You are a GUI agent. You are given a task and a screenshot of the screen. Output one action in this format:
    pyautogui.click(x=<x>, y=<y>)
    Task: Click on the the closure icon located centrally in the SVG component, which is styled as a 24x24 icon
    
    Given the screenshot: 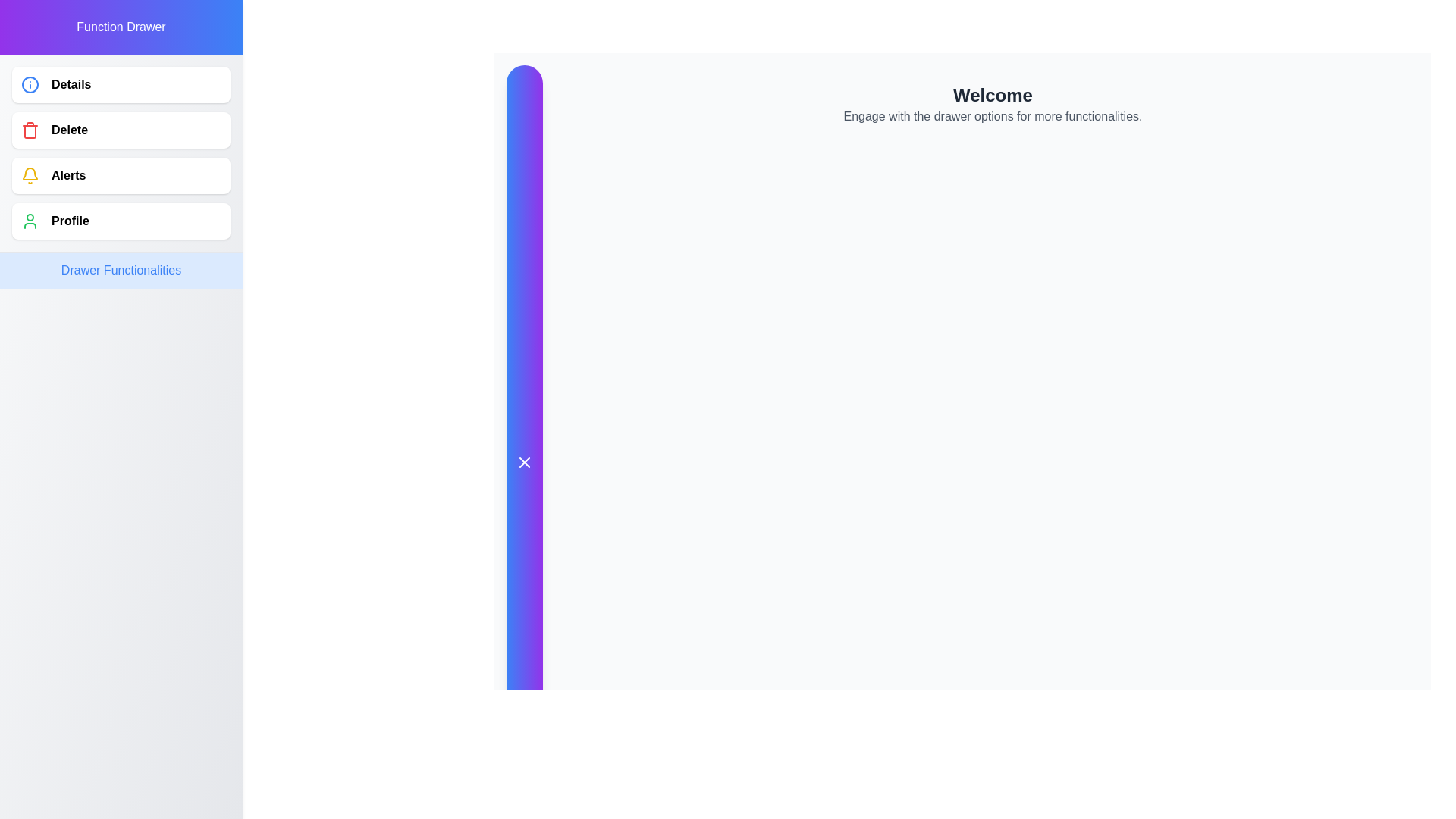 What is the action you would take?
    pyautogui.click(x=524, y=461)
    